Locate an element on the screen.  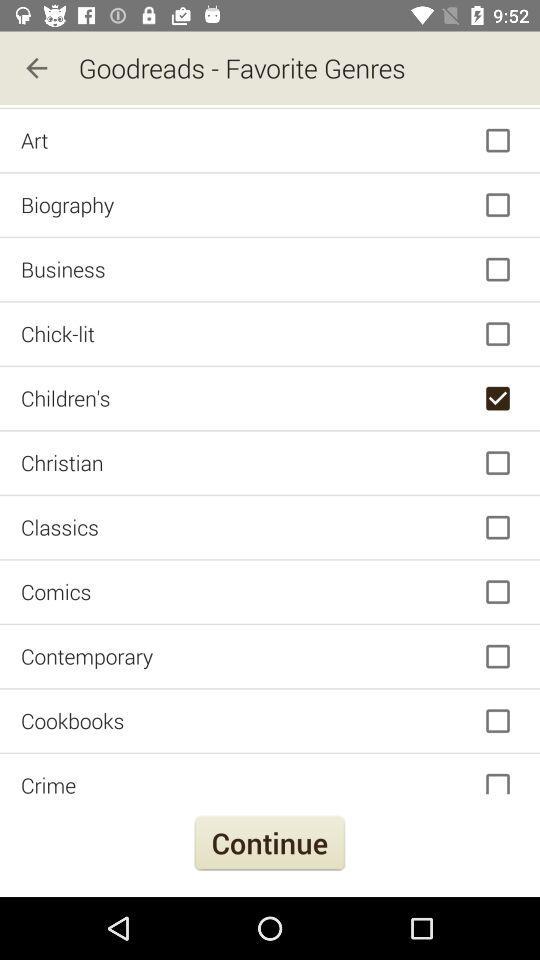
the item below comics is located at coordinates (270, 655).